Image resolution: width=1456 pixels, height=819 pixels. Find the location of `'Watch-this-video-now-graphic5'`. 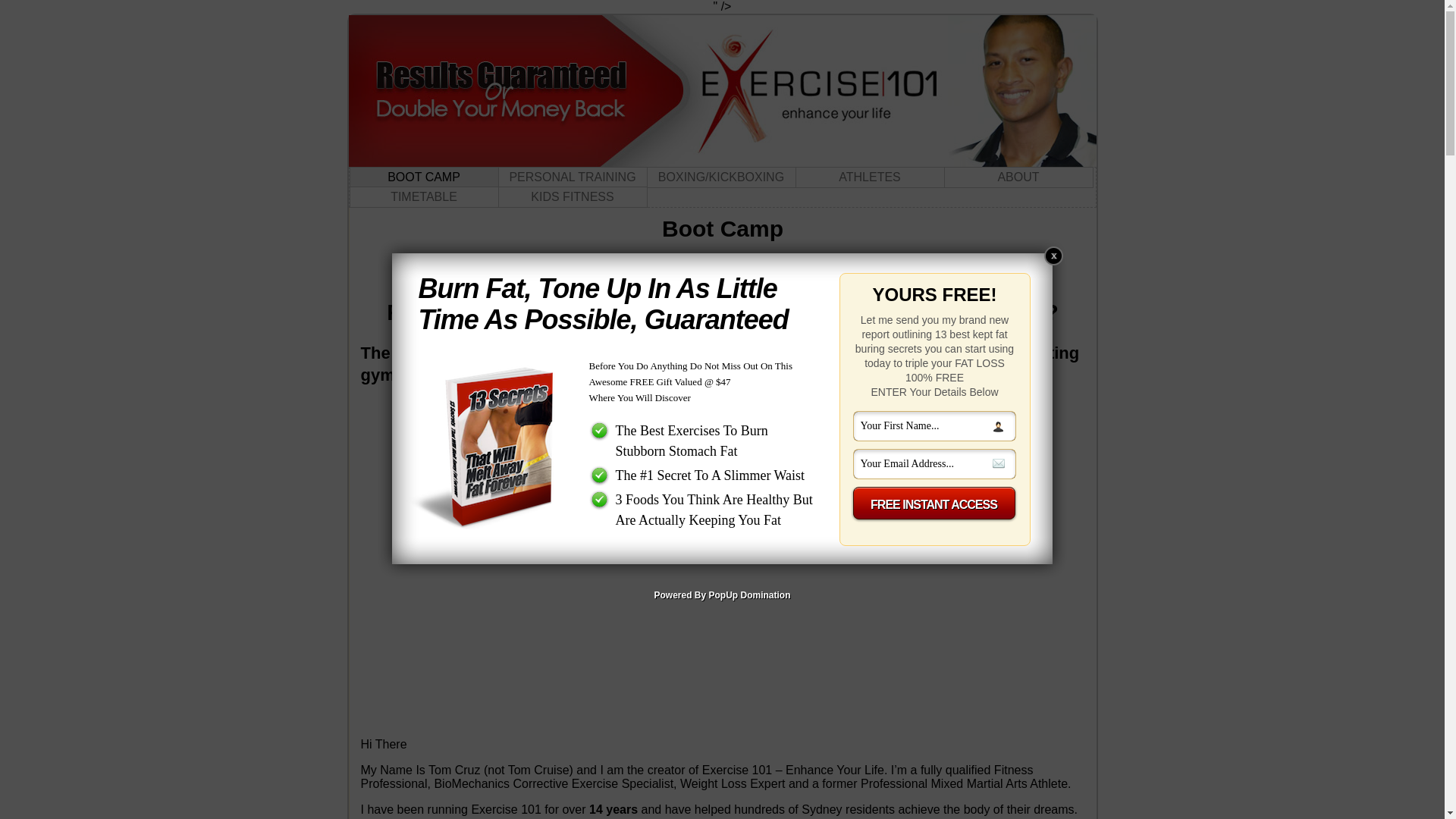

'Watch-this-video-now-graphic5' is located at coordinates (722, 438).